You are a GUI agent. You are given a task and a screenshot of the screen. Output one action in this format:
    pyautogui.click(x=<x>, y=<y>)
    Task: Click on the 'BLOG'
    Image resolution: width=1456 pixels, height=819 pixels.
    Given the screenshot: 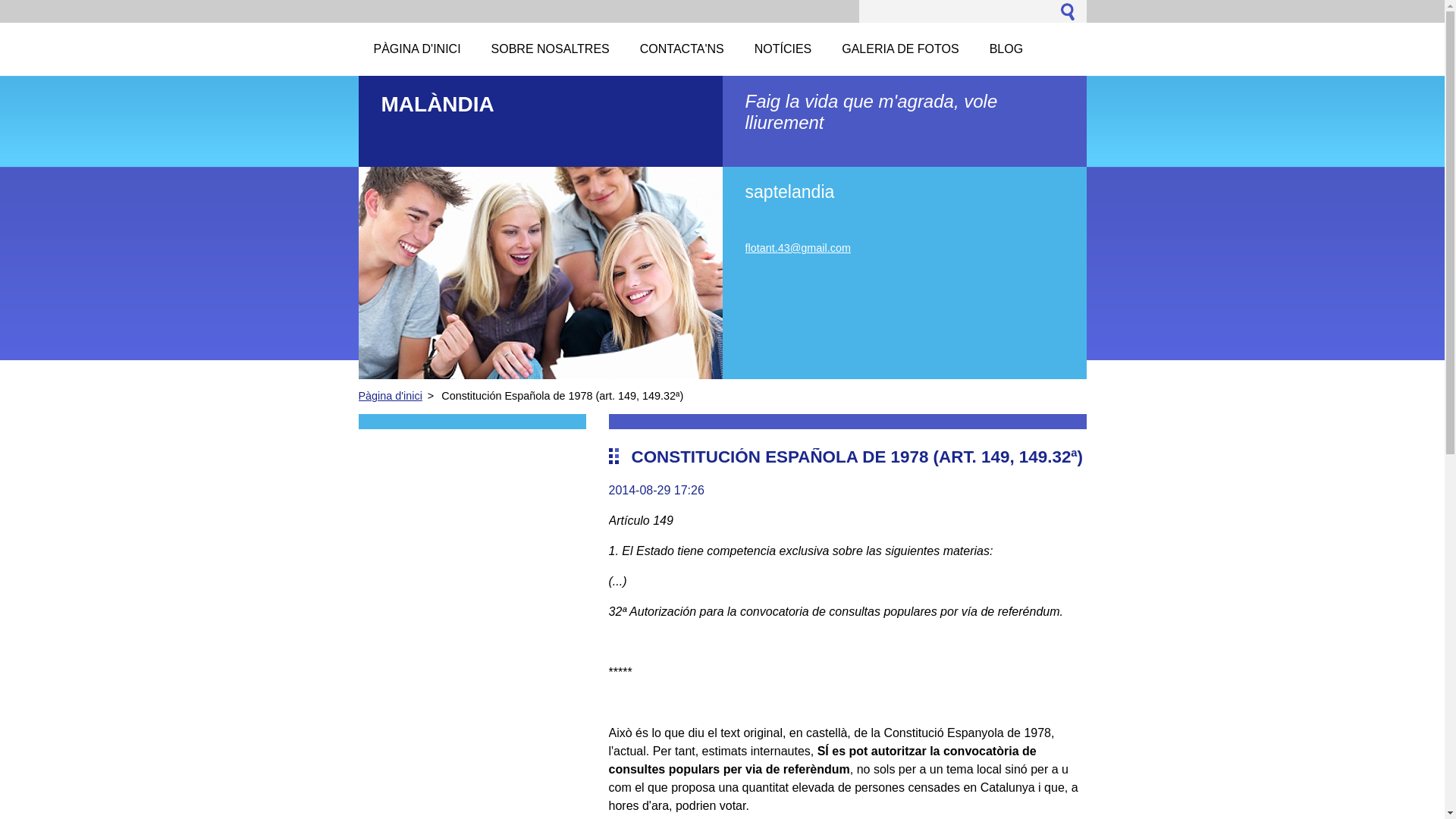 What is the action you would take?
    pyautogui.click(x=1006, y=49)
    